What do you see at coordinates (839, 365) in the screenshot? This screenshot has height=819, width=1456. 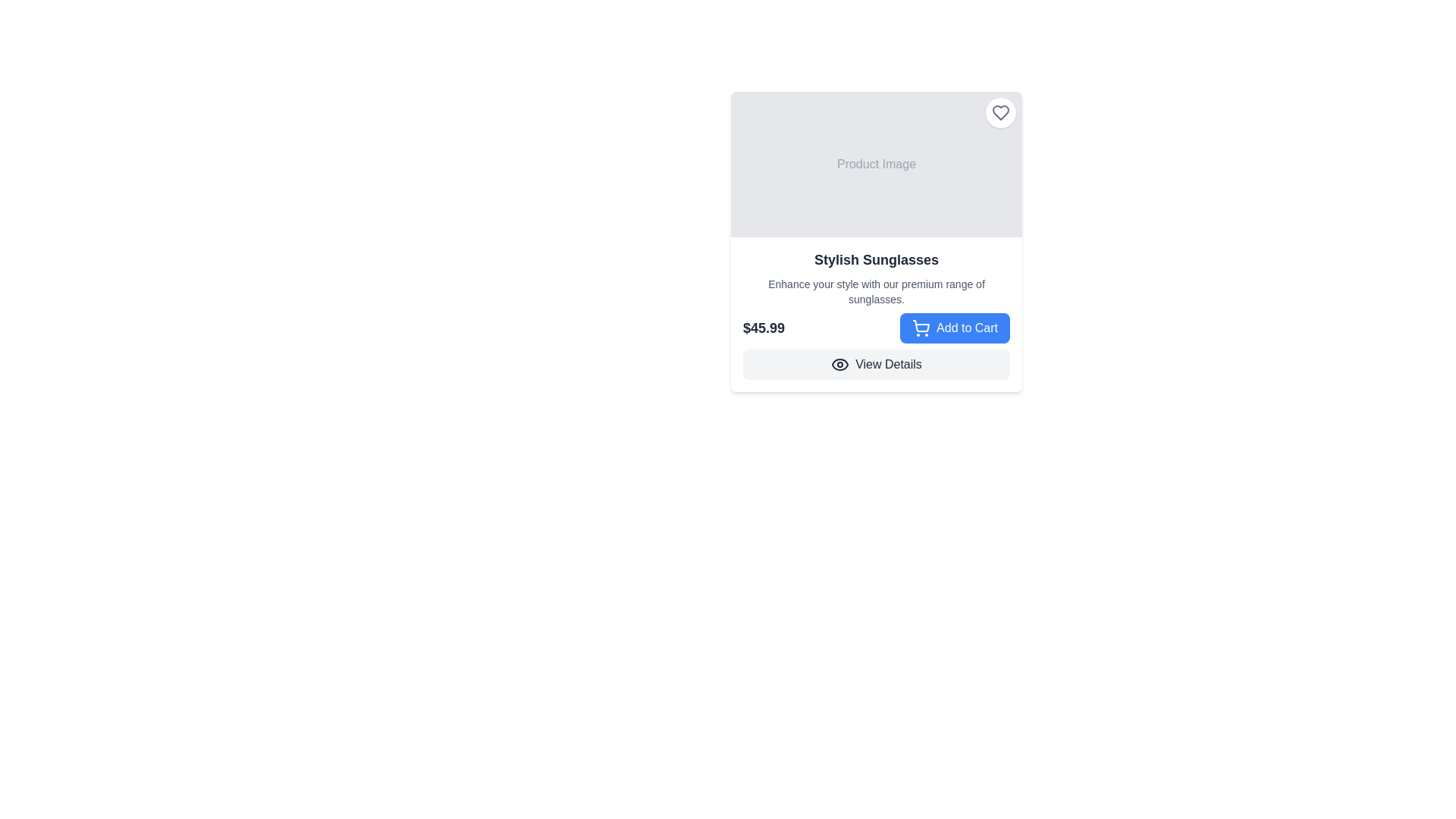 I see `the 'View Details' button by clicking on its icon, which is visually represented to the left of the button's text` at bounding box center [839, 365].